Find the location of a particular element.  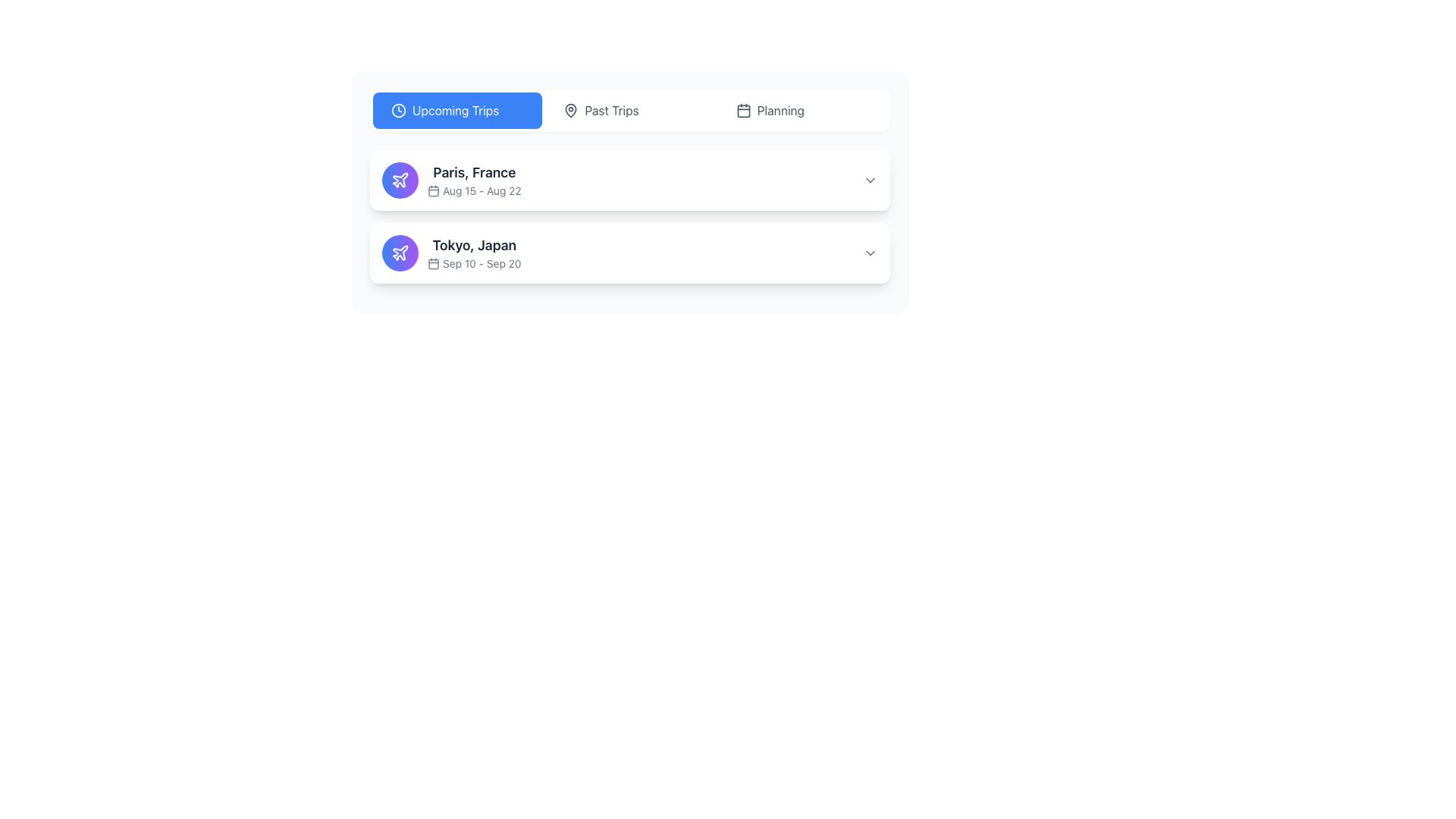

the icon that signifies the date range of the Tokyo trip, positioned to the left of the text 'Sep 10 - Sep 20' within the trip card is located at coordinates (432, 262).